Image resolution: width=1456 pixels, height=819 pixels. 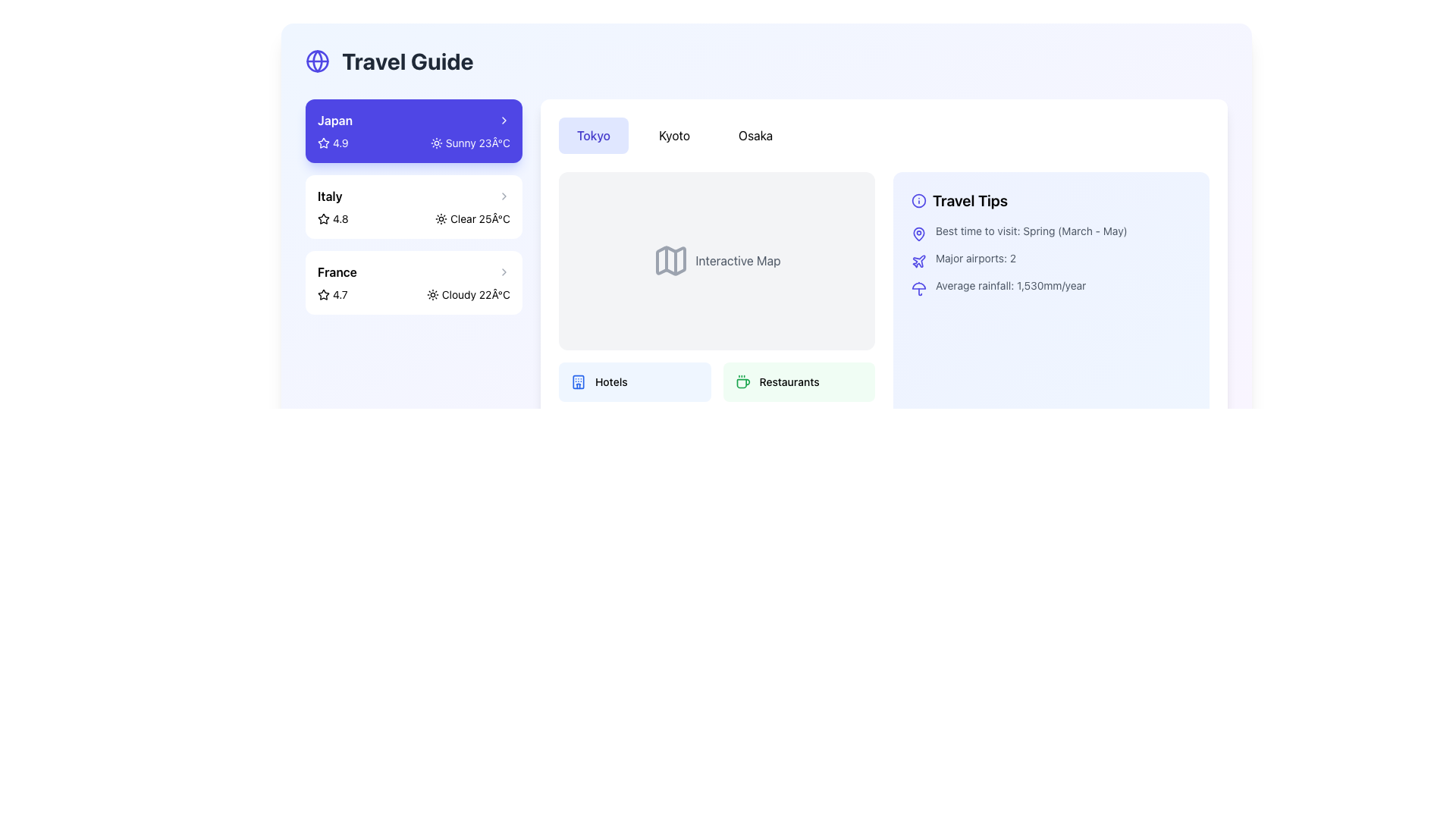 What do you see at coordinates (884, 312) in the screenshot?
I see `the Information Display Panel located at the top-right position of the layout to interact with potential tooltips or highlights` at bounding box center [884, 312].